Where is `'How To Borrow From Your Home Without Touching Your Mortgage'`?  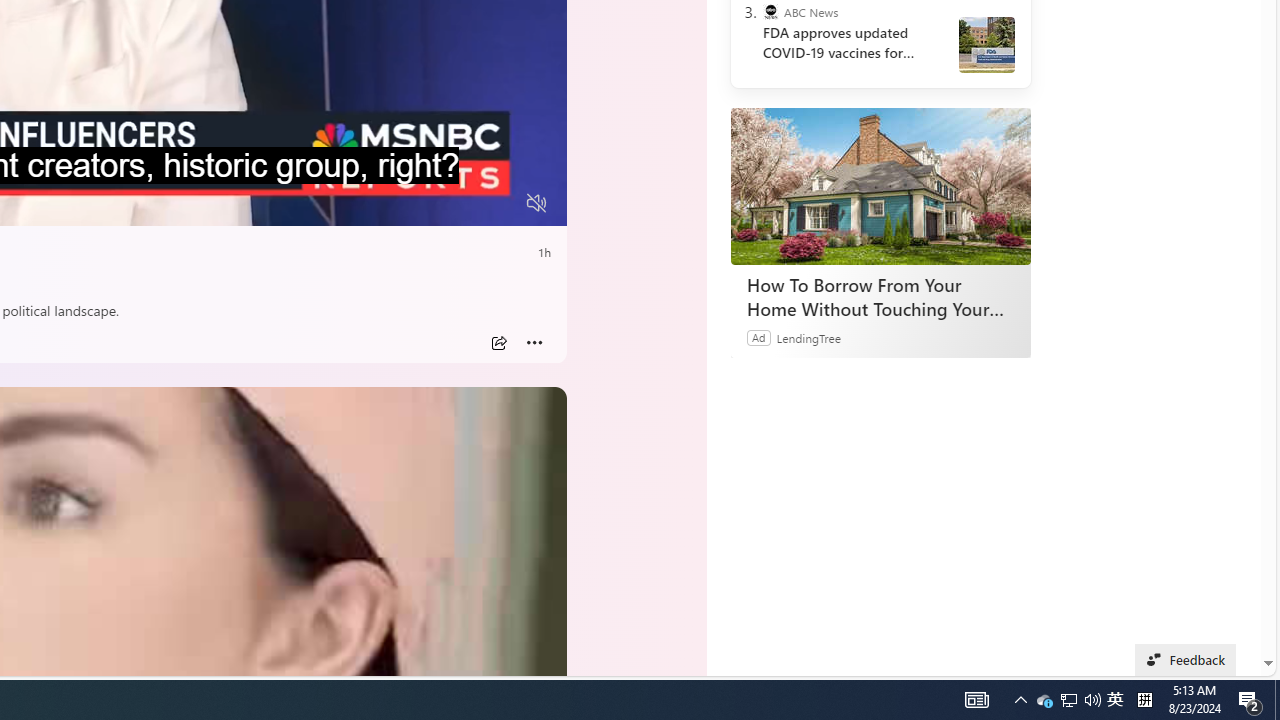 'How To Borrow From Your Home Without Touching Your Mortgage' is located at coordinates (880, 186).